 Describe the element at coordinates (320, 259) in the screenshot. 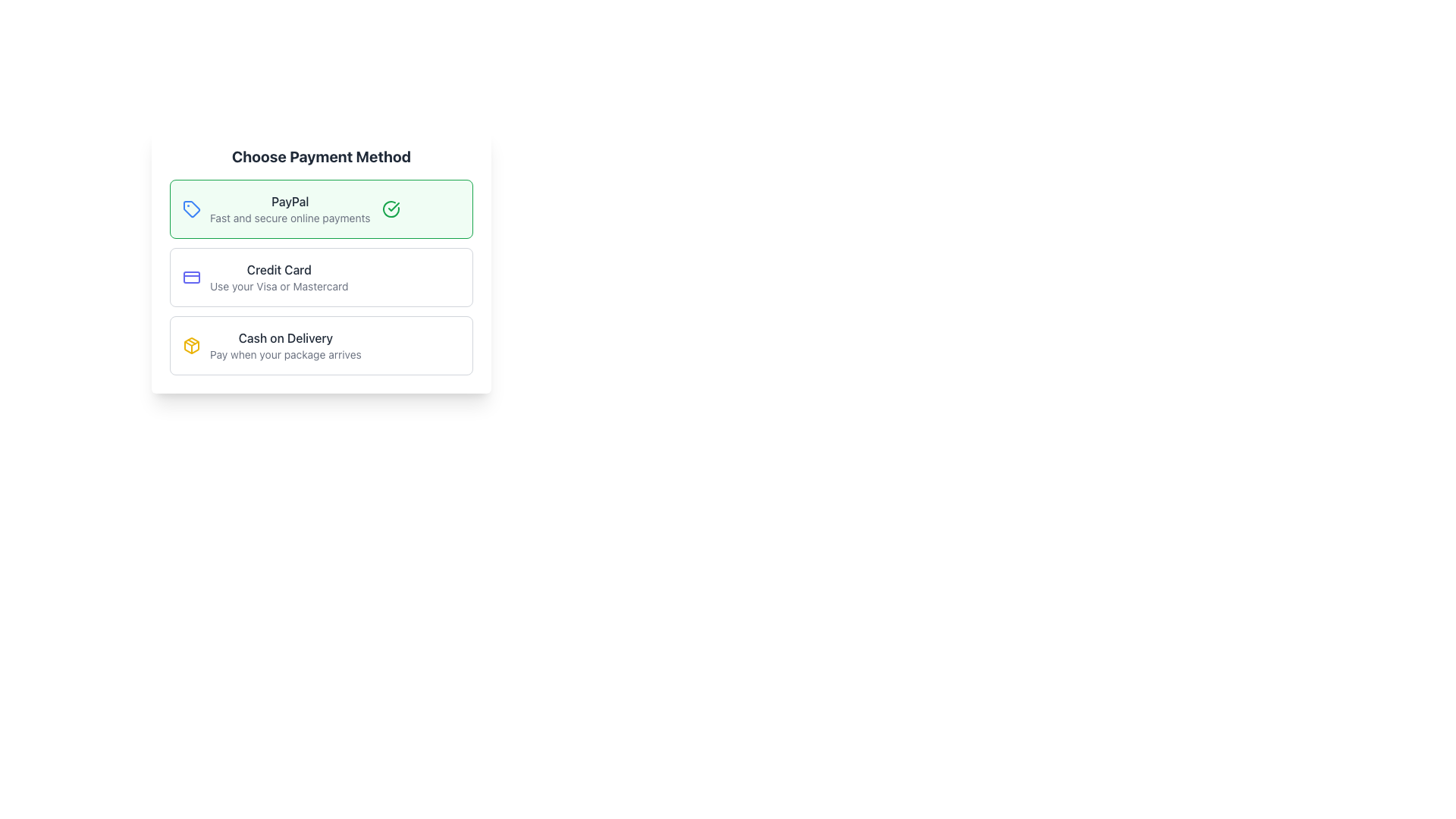

I see `the second Selectable Option Card in the 'Choose Payment Method' section` at that location.